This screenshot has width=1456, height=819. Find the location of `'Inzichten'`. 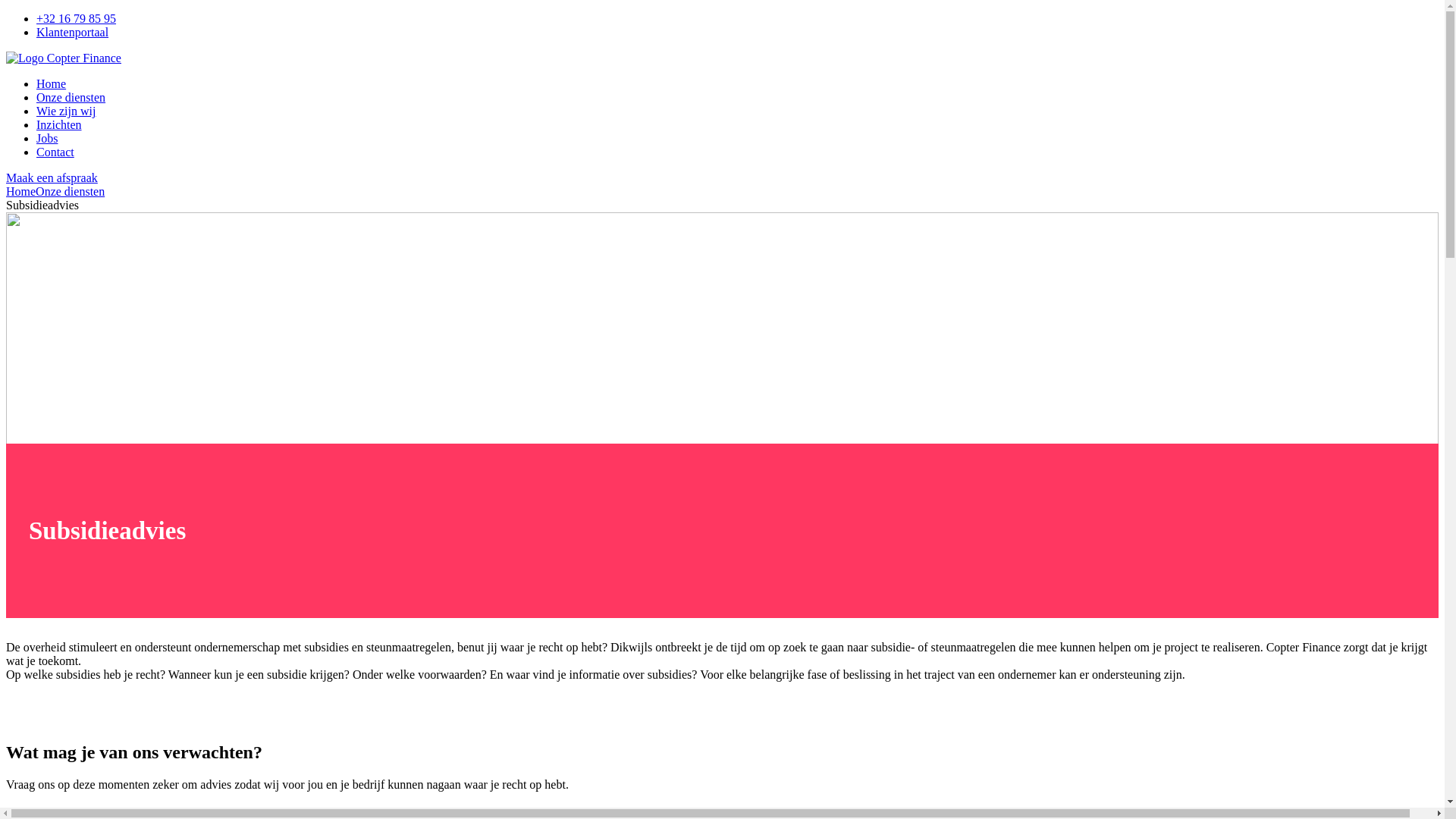

'Inzichten' is located at coordinates (58, 124).